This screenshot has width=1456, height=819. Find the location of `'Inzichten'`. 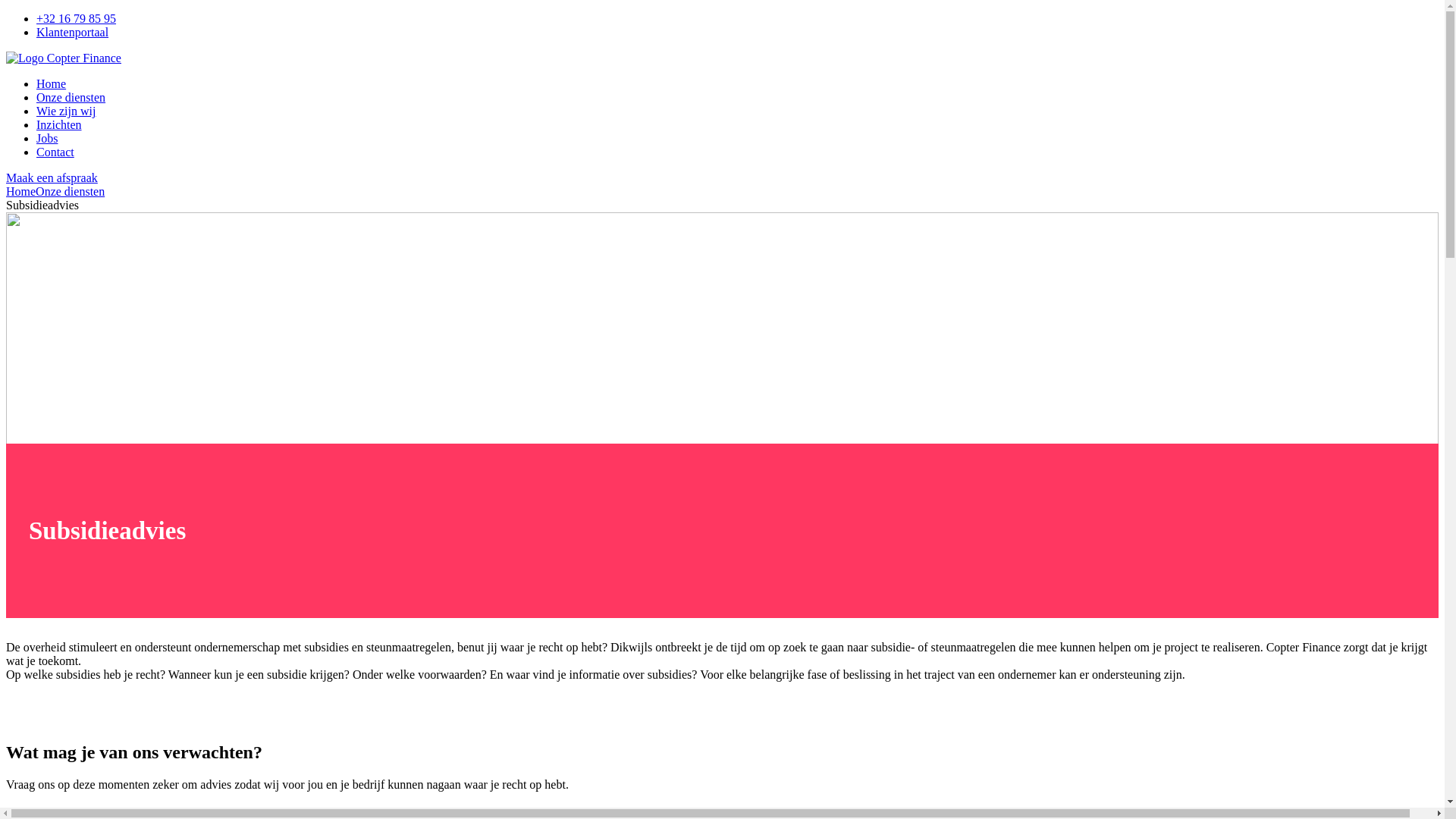

'Inzichten' is located at coordinates (58, 124).